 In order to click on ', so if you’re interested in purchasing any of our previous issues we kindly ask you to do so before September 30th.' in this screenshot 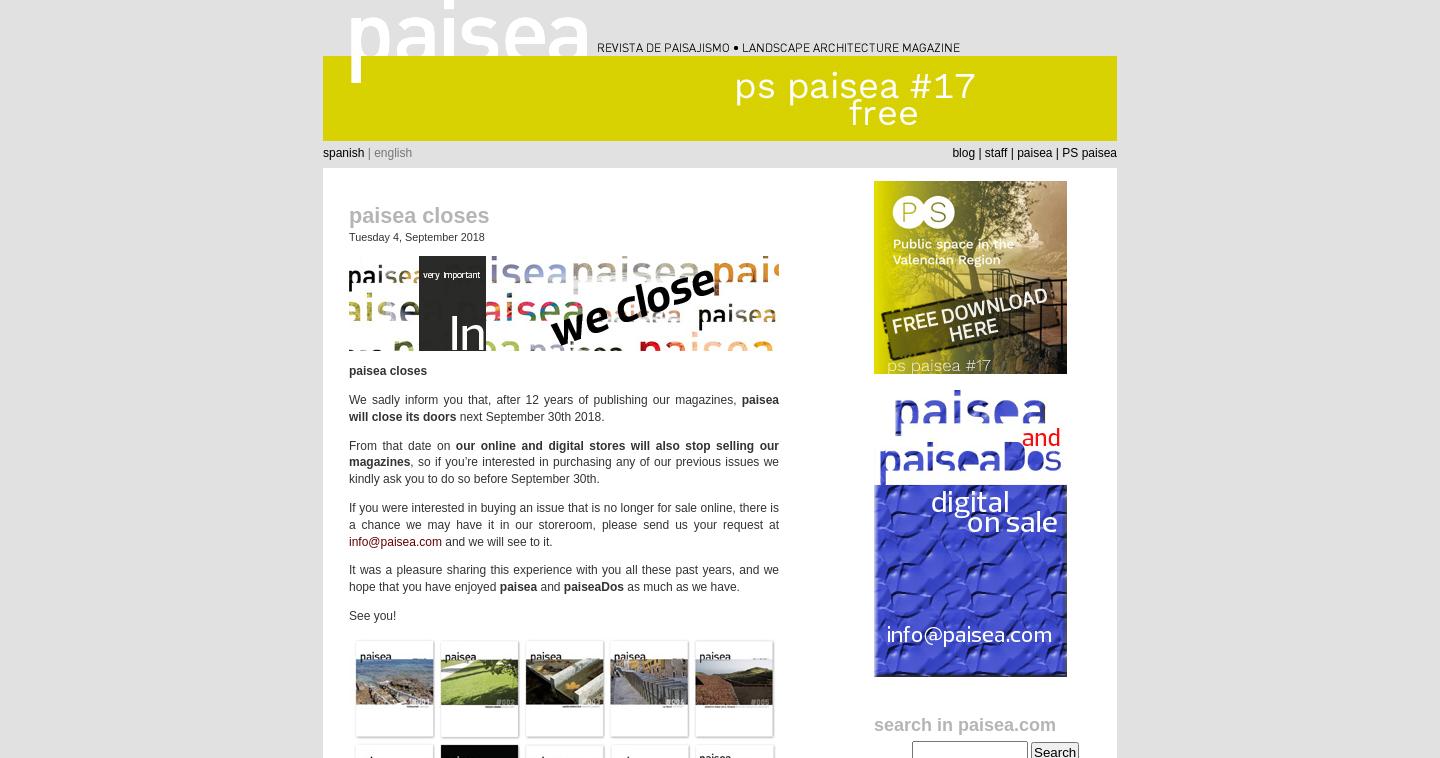, I will do `click(564, 469)`.